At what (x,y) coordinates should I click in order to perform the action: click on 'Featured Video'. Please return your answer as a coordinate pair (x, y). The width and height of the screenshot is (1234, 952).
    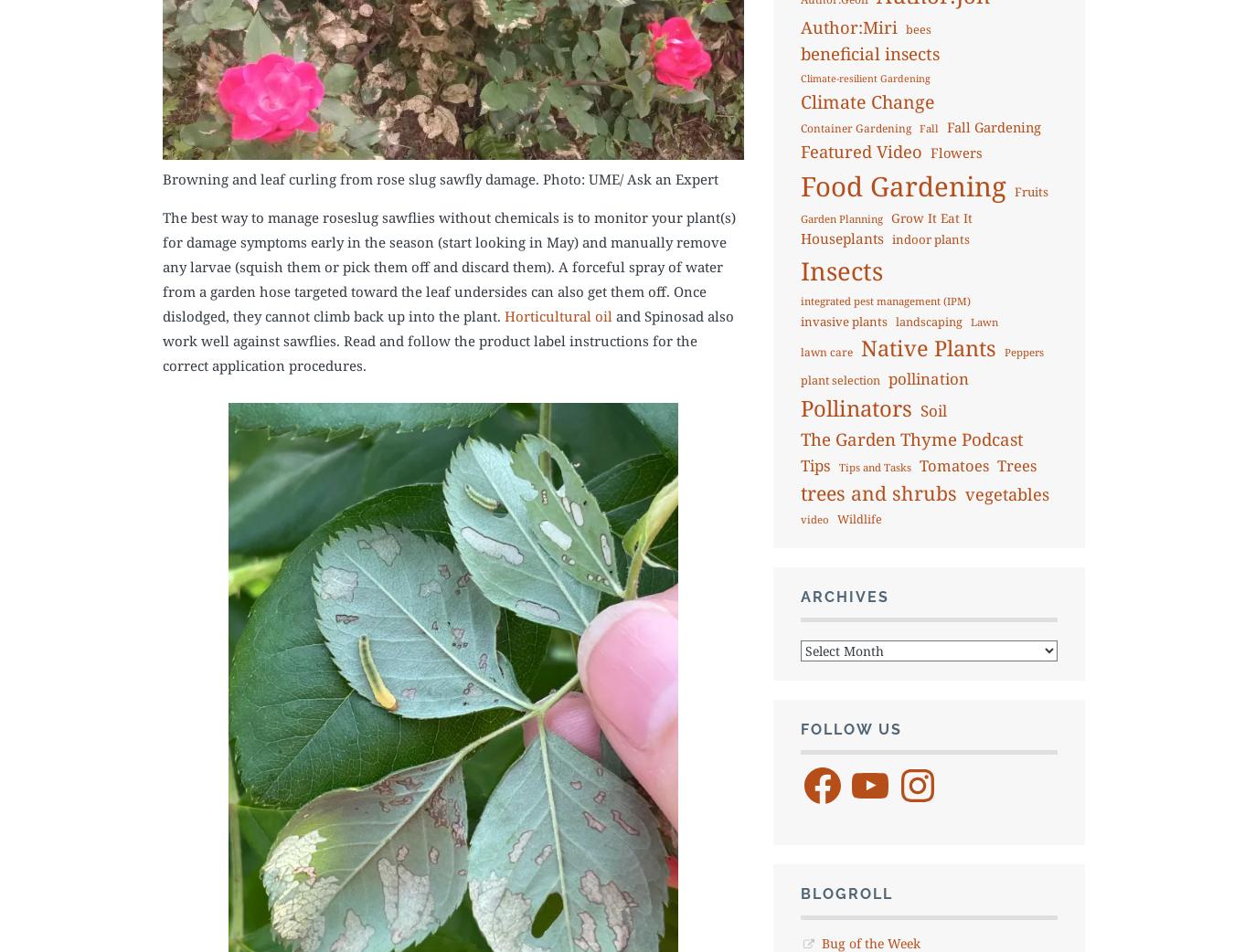
    Looking at the image, I should click on (859, 151).